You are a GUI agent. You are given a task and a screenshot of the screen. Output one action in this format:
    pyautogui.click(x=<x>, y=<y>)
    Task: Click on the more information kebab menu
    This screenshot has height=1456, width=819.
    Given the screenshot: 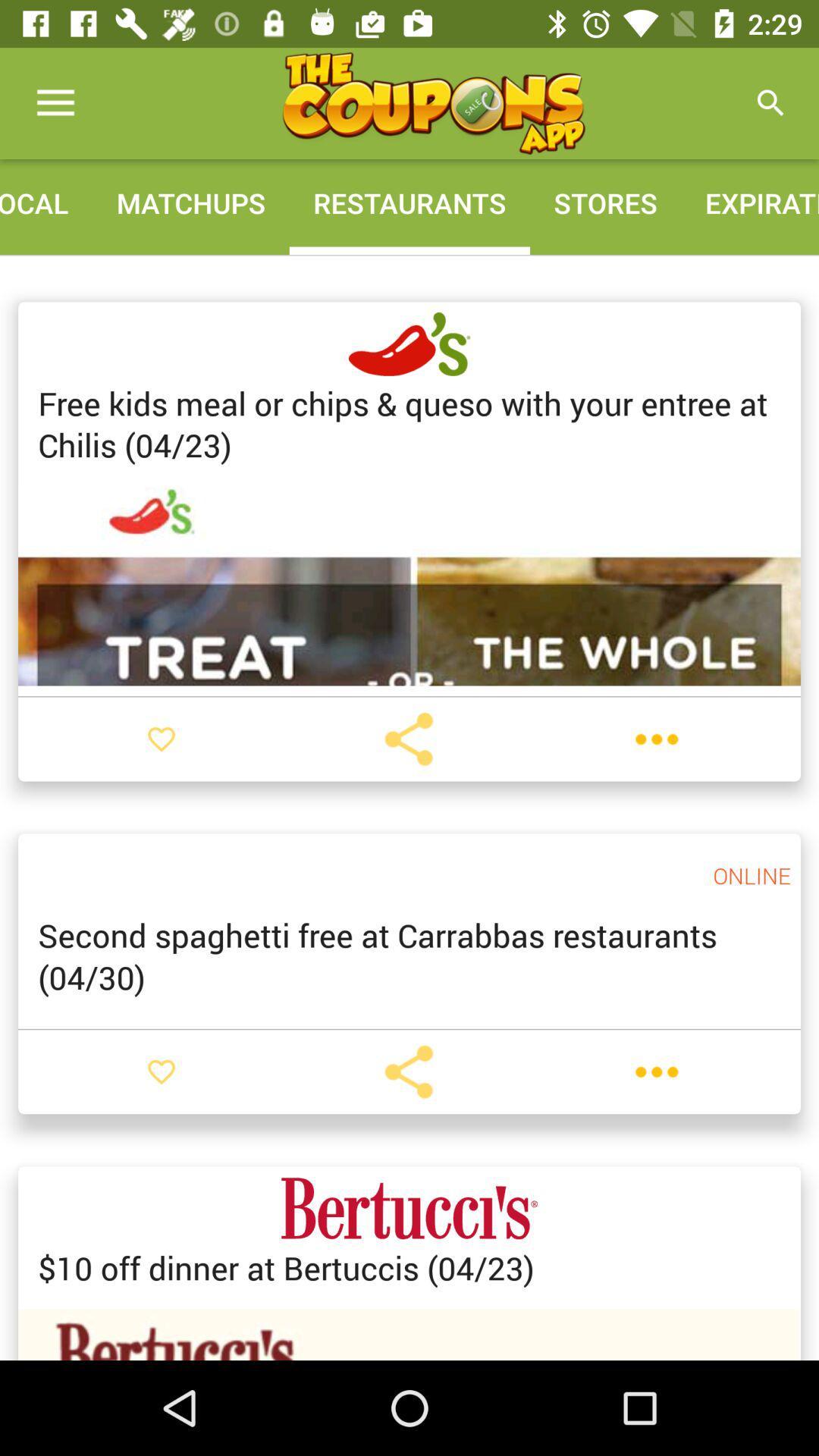 What is the action you would take?
    pyautogui.click(x=656, y=1071)
    